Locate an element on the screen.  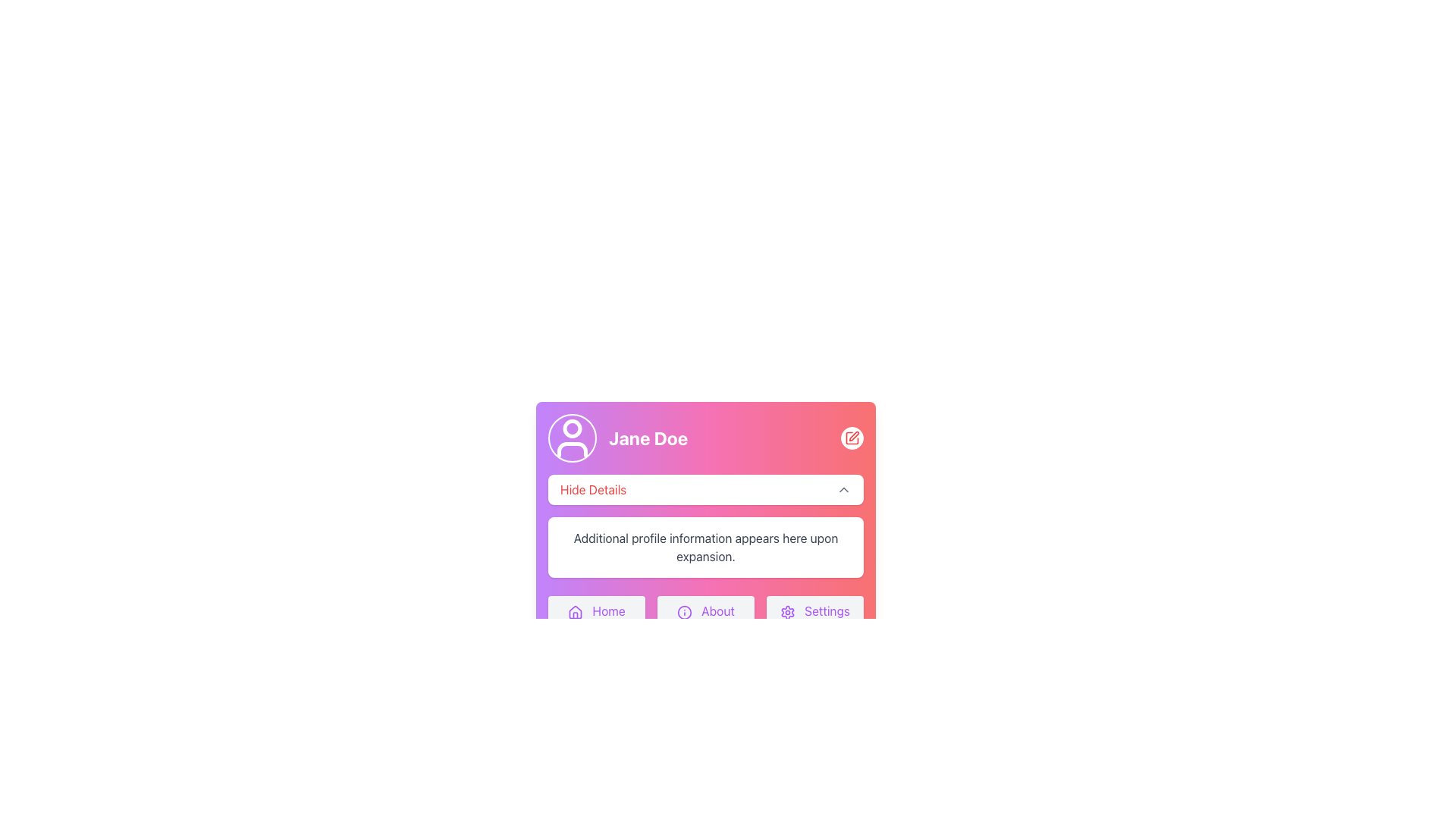
the purple house icon located to the left of the 'Home' text in the bottom navigation bar is located at coordinates (575, 611).